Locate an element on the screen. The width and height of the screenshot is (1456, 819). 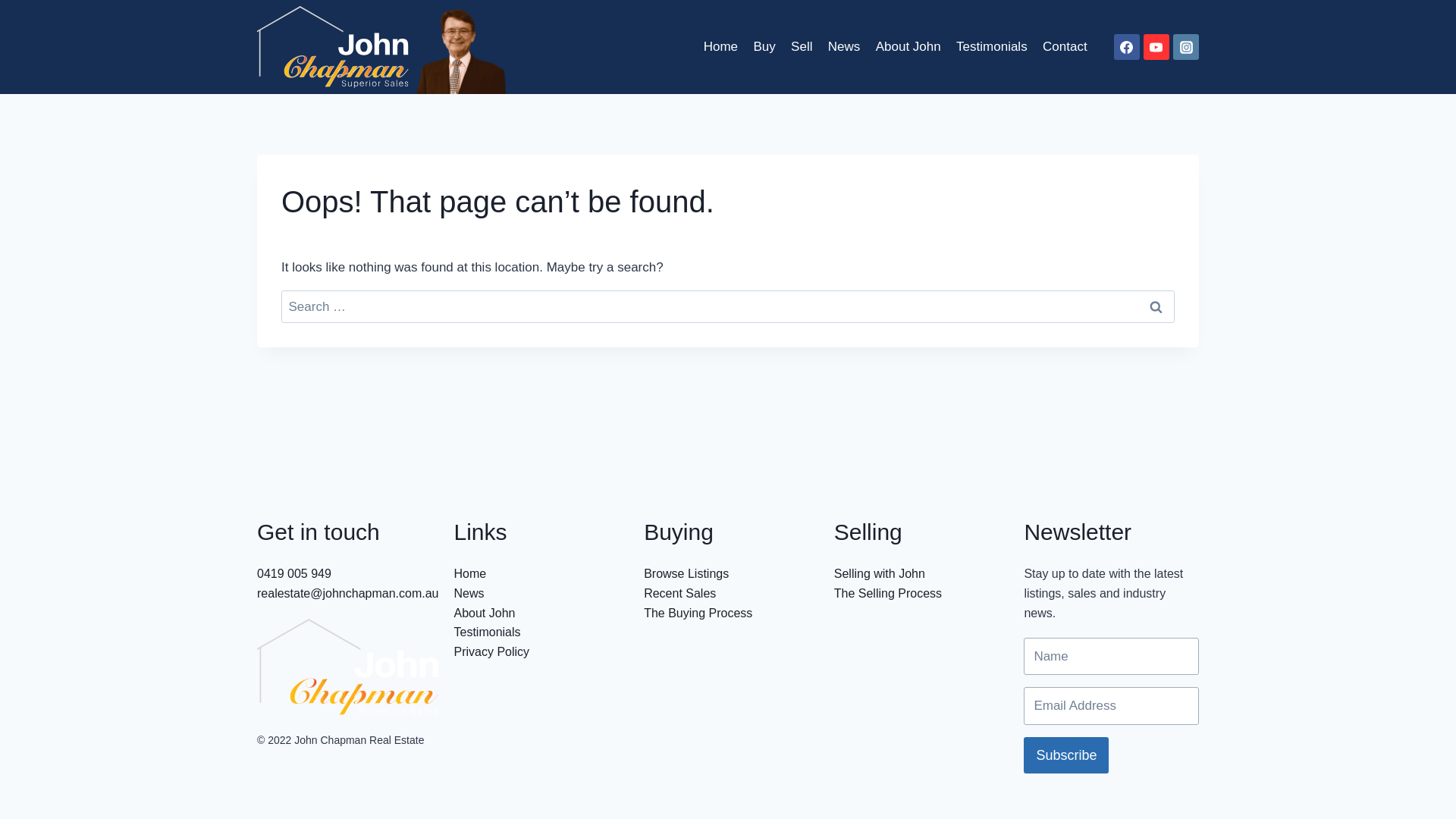
'Sell' is located at coordinates (801, 45).